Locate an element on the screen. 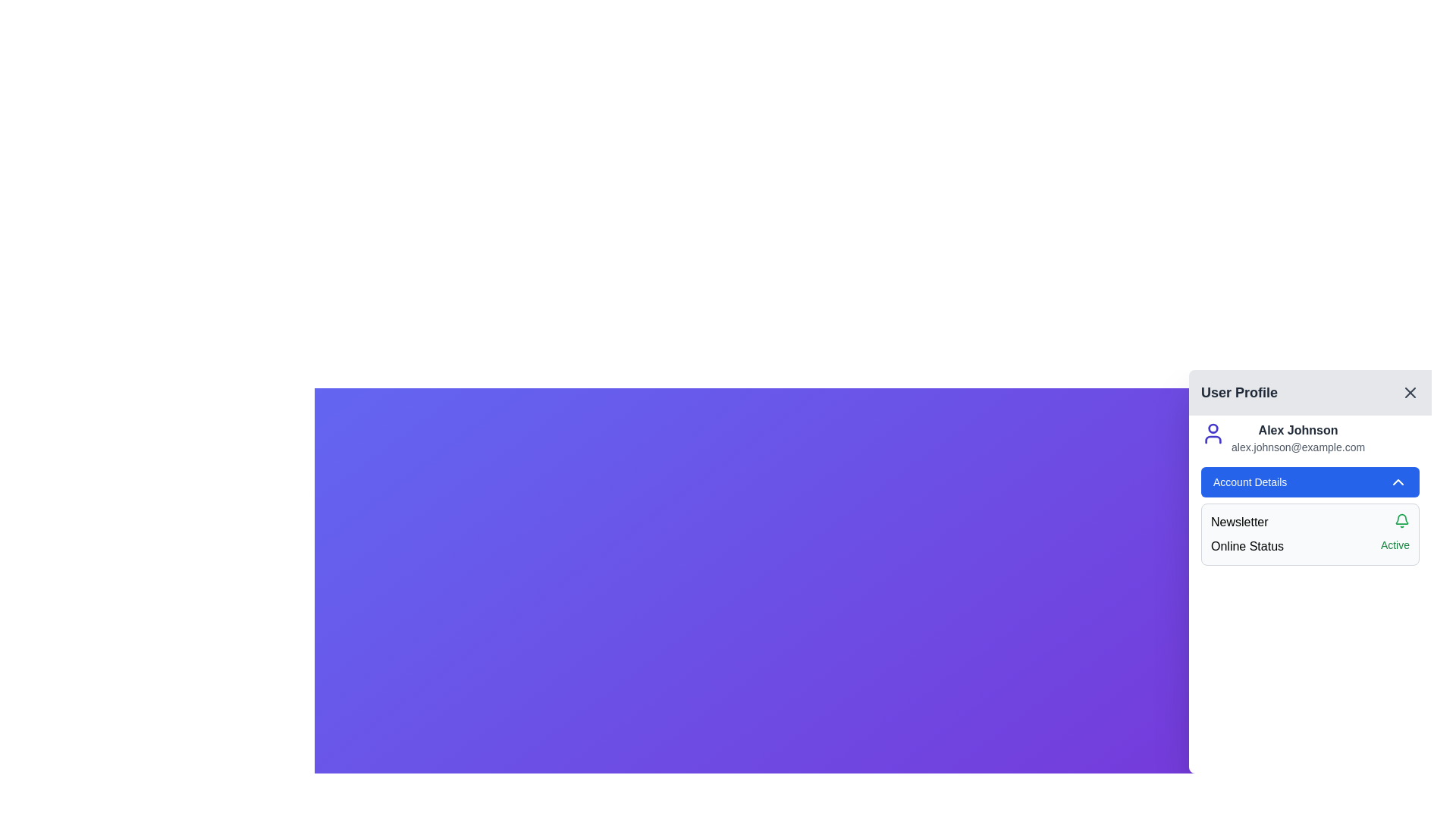  the 'Newsletter' label in the User Profile panel, which introduces the newsletter subscription settings is located at coordinates (1239, 522).